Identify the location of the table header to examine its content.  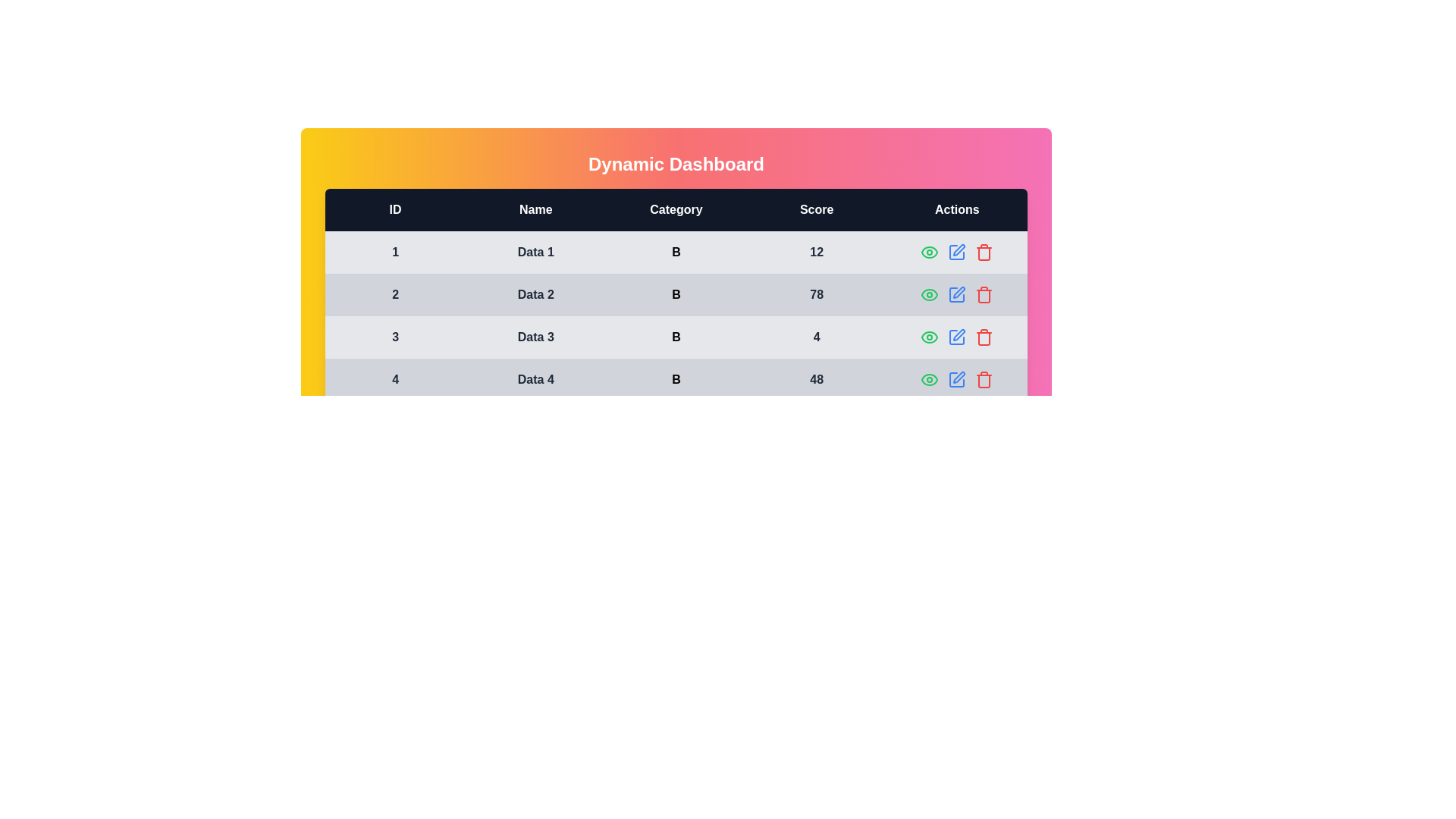
(676, 210).